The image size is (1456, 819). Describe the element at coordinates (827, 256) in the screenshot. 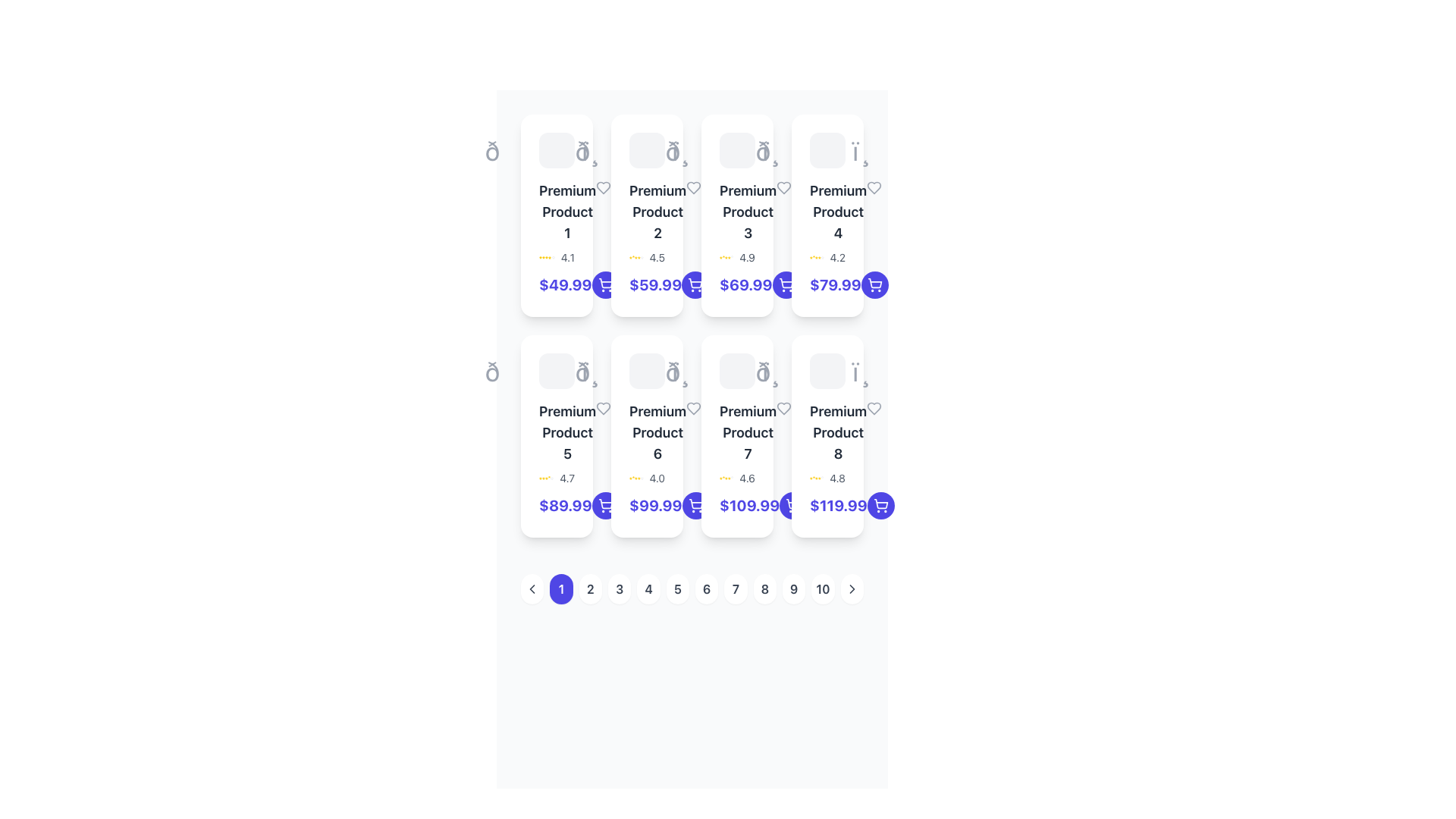

I see `the Rating display component located in the fourth product card, which consists of yellow star icons and the text '4.2'` at that location.